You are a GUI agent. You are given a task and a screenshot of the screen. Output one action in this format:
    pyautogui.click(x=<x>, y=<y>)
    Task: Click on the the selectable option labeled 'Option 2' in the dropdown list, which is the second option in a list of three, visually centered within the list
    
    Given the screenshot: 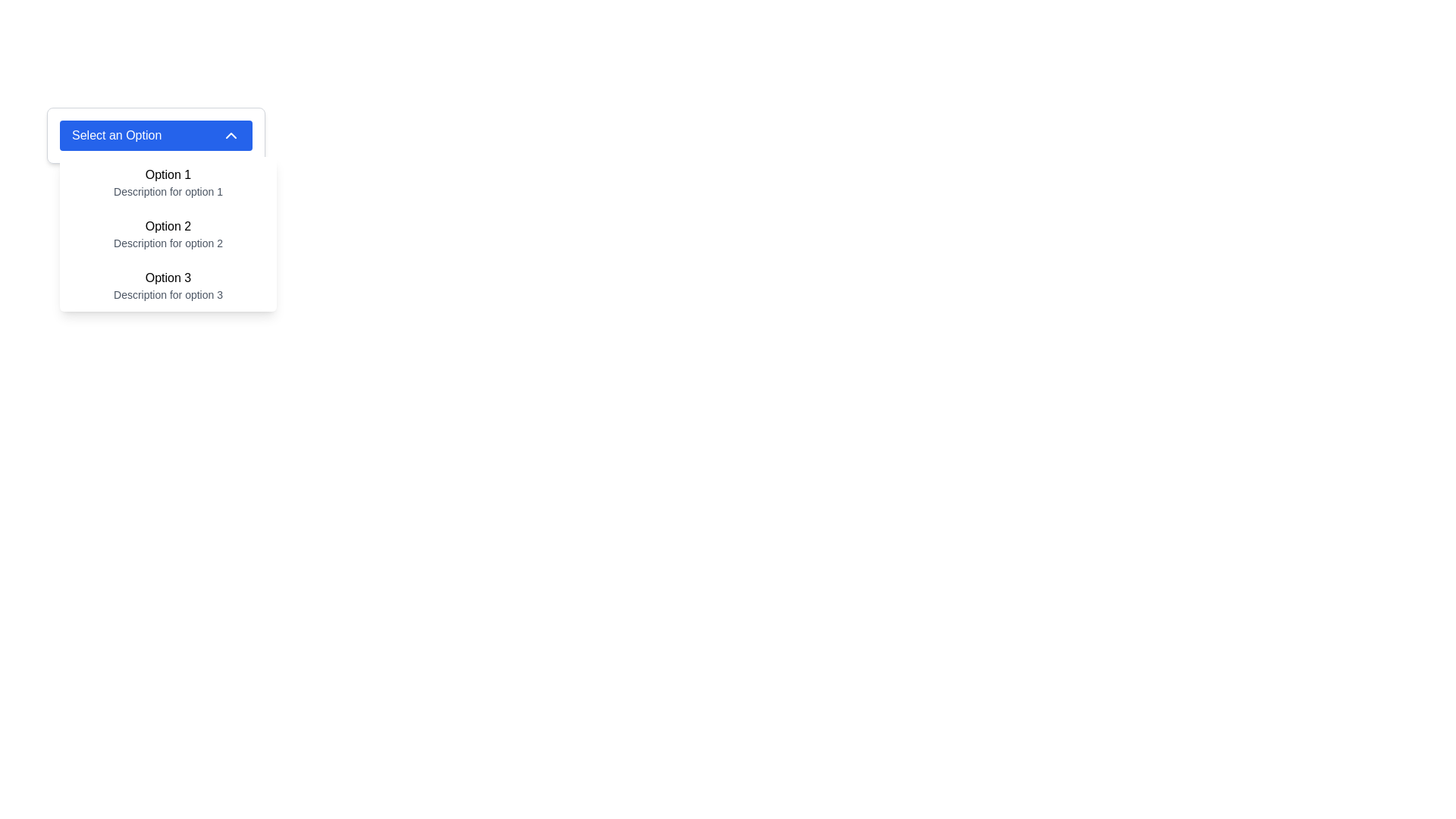 What is the action you would take?
    pyautogui.click(x=168, y=227)
    